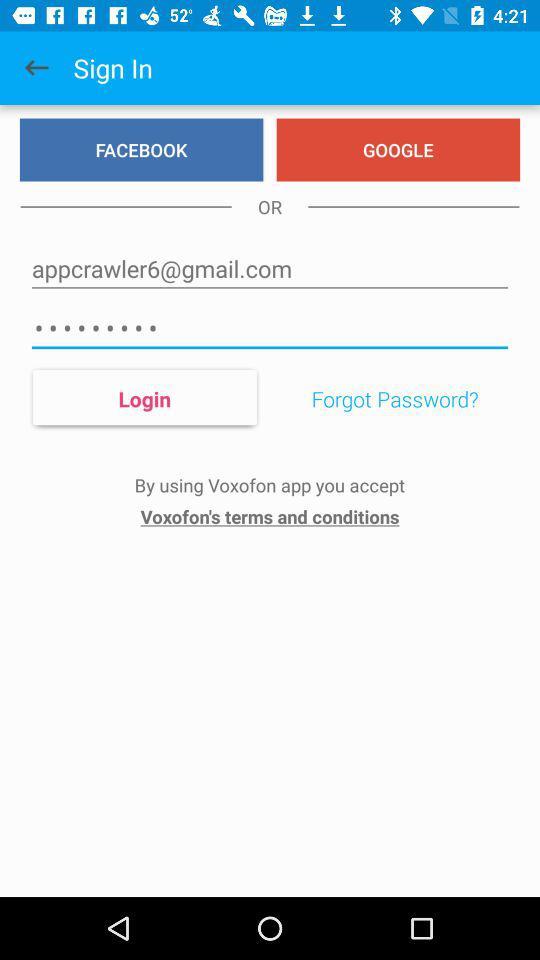  What do you see at coordinates (270, 268) in the screenshot?
I see `item above the crowd3116` at bounding box center [270, 268].